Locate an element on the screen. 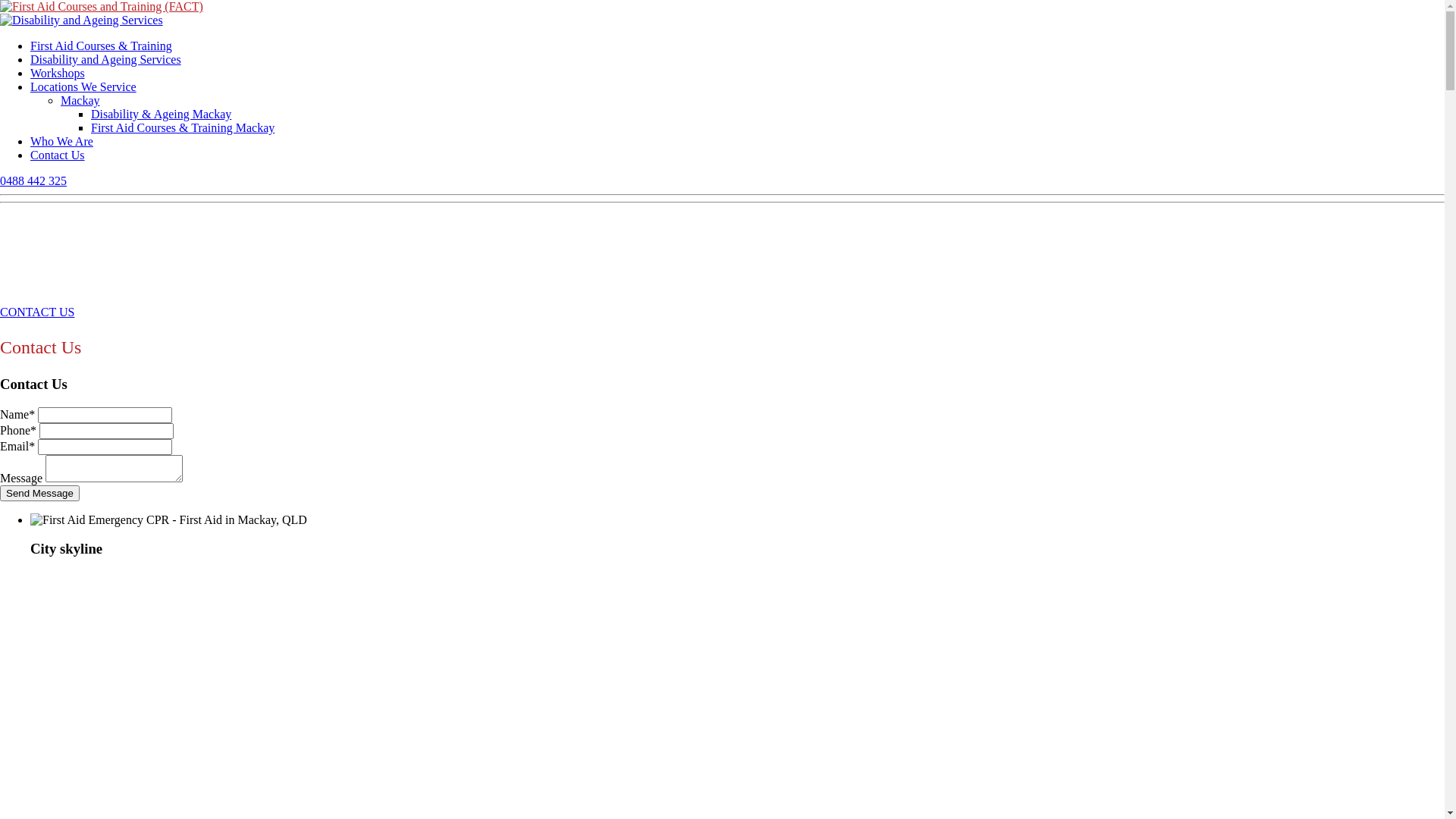  'First Aid Courses & Training' is located at coordinates (100, 45).